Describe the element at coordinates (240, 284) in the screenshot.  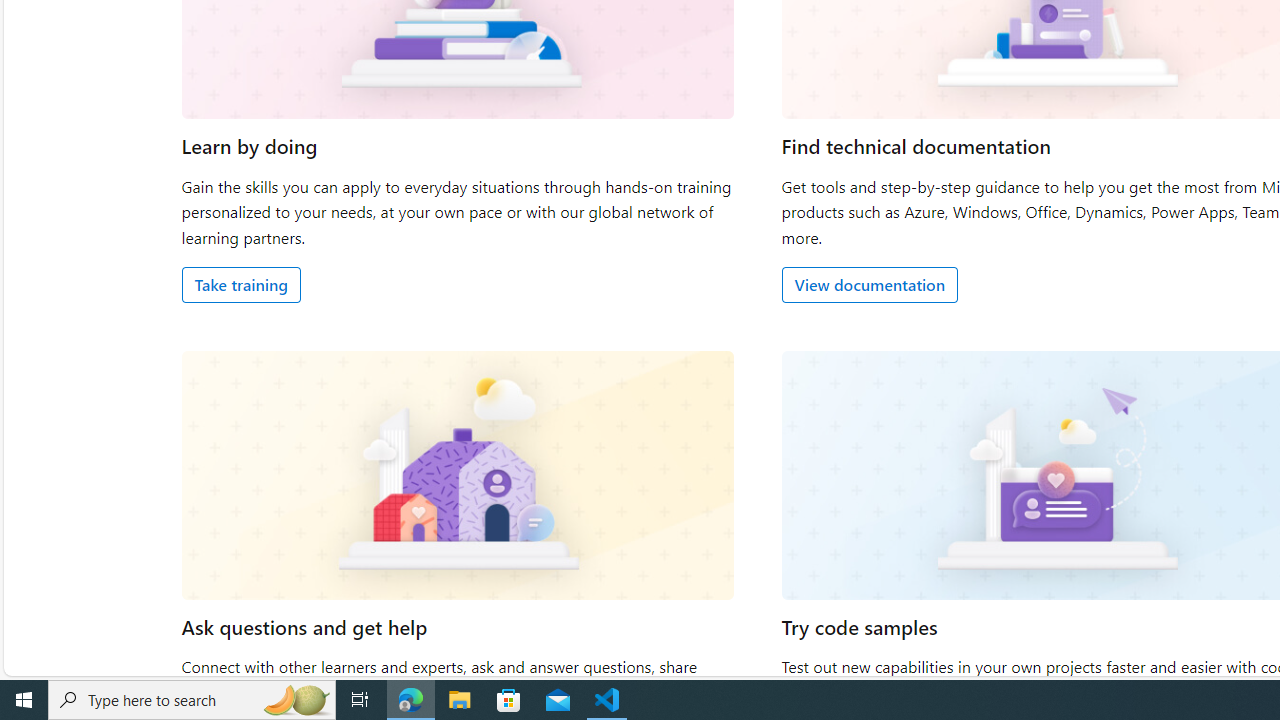
I see `'Take training'` at that location.